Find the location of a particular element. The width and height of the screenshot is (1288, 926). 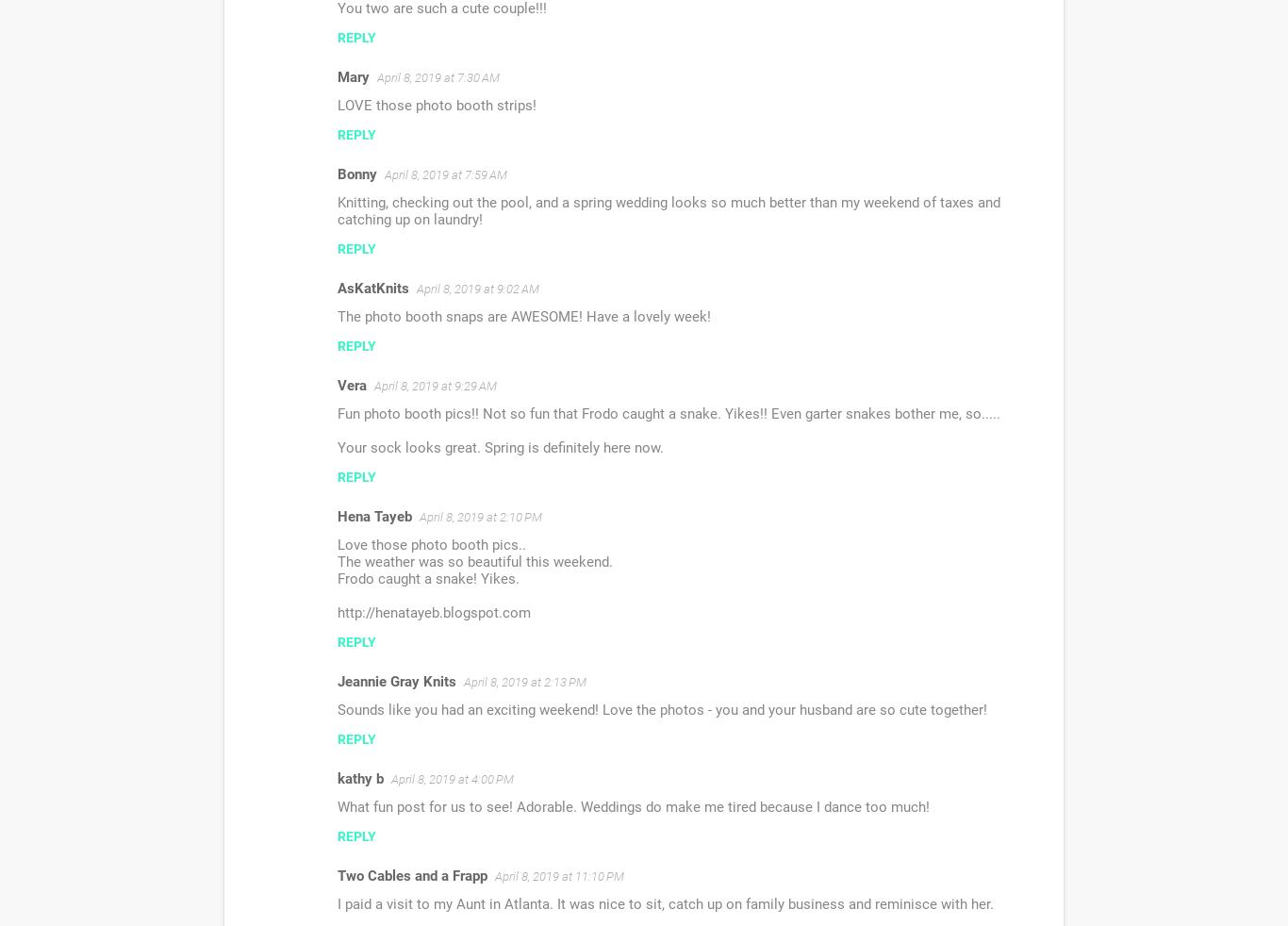

'What fun post for us to see! Adorable. Weddings do make me tired because I dance too much!' is located at coordinates (337, 807).